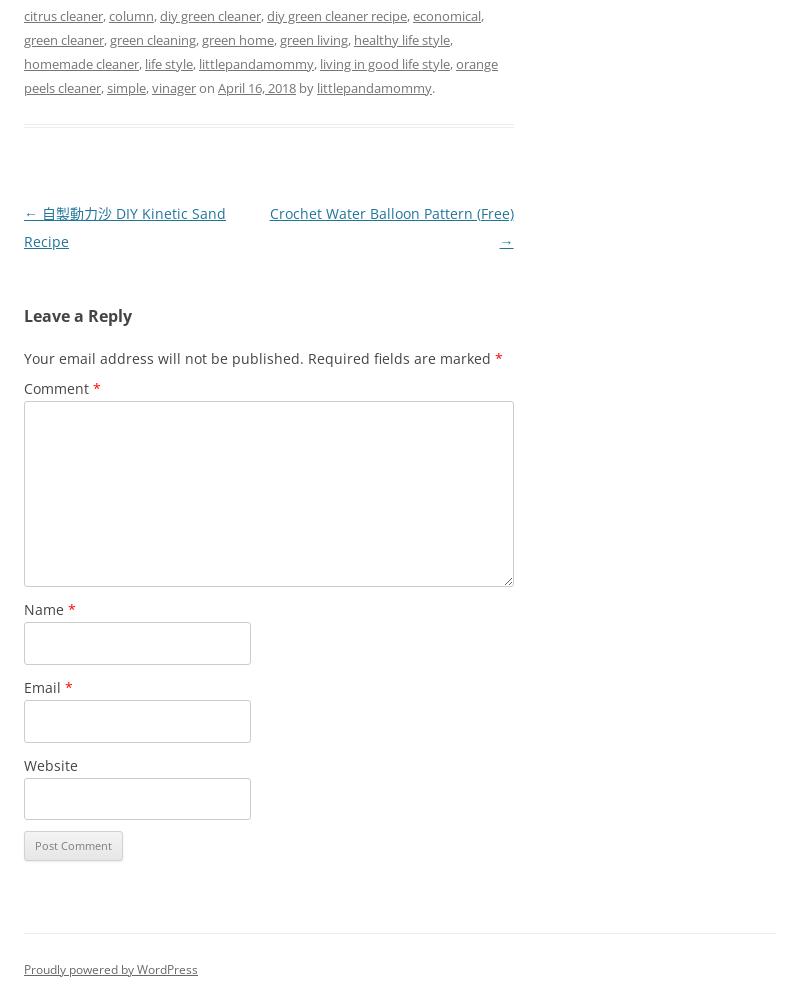 This screenshot has width=800, height=1002. I want to click on 'Email', so click(43, 686).